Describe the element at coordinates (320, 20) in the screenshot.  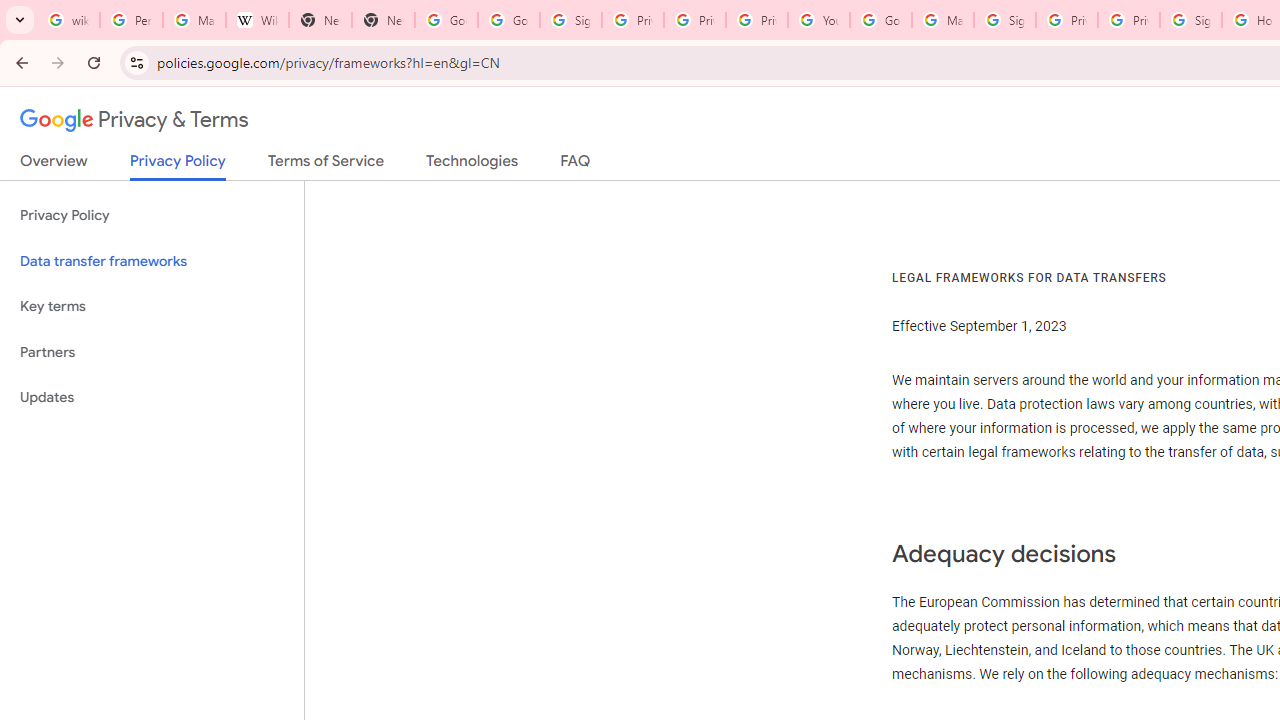
I see `'New Tab'` at that location.